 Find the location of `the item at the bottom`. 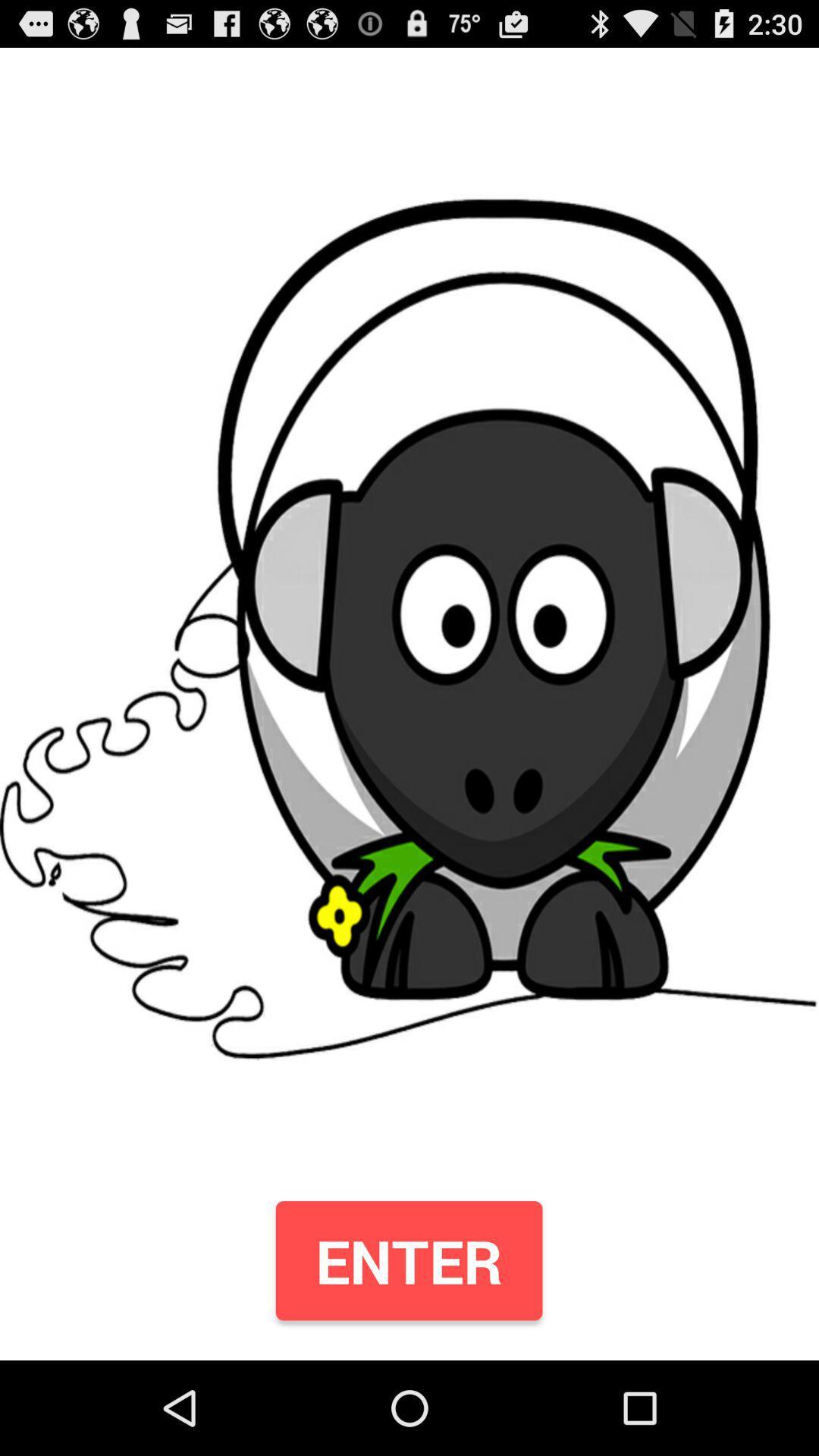

the item at the bottom is located at coordinates (408, 1260).